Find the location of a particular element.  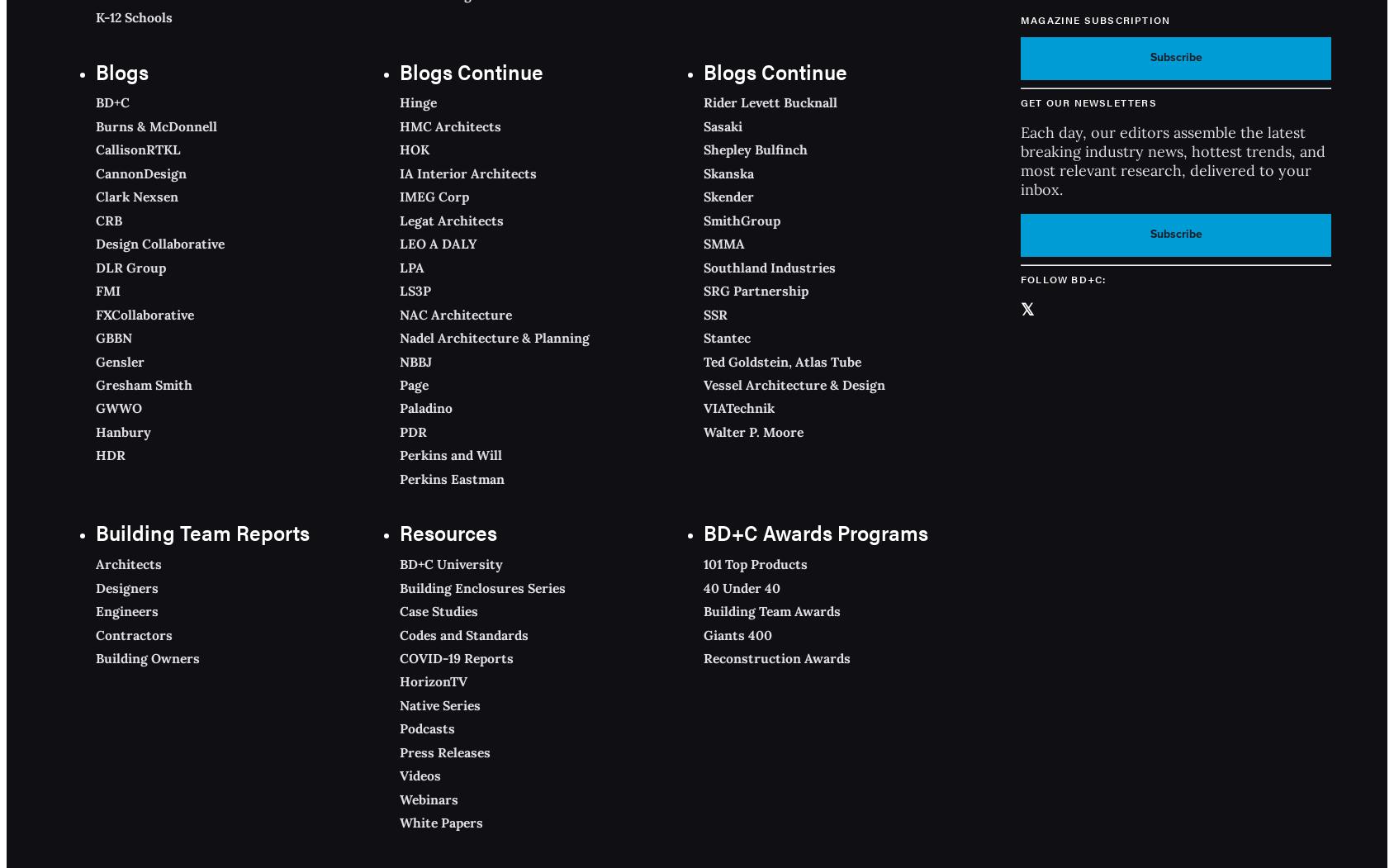

'Magazine Subscription' is located at coordinates (1094, 19).